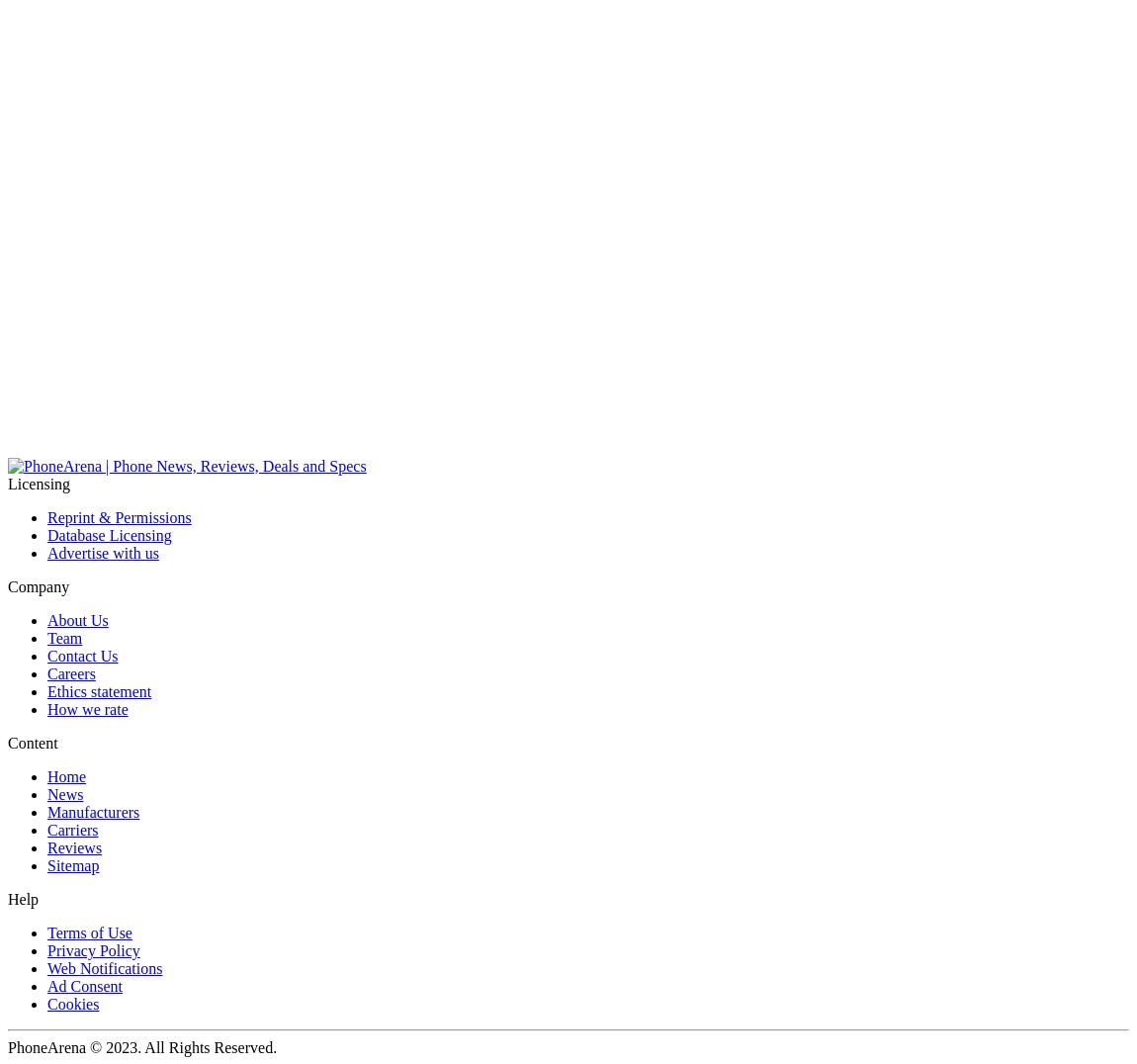 This screenshot has height=1064, width=1137. What do you see at coordinates (71, 1003) in the screenshot?
I see `'Cookies'` at bounding box center [71, 1003].